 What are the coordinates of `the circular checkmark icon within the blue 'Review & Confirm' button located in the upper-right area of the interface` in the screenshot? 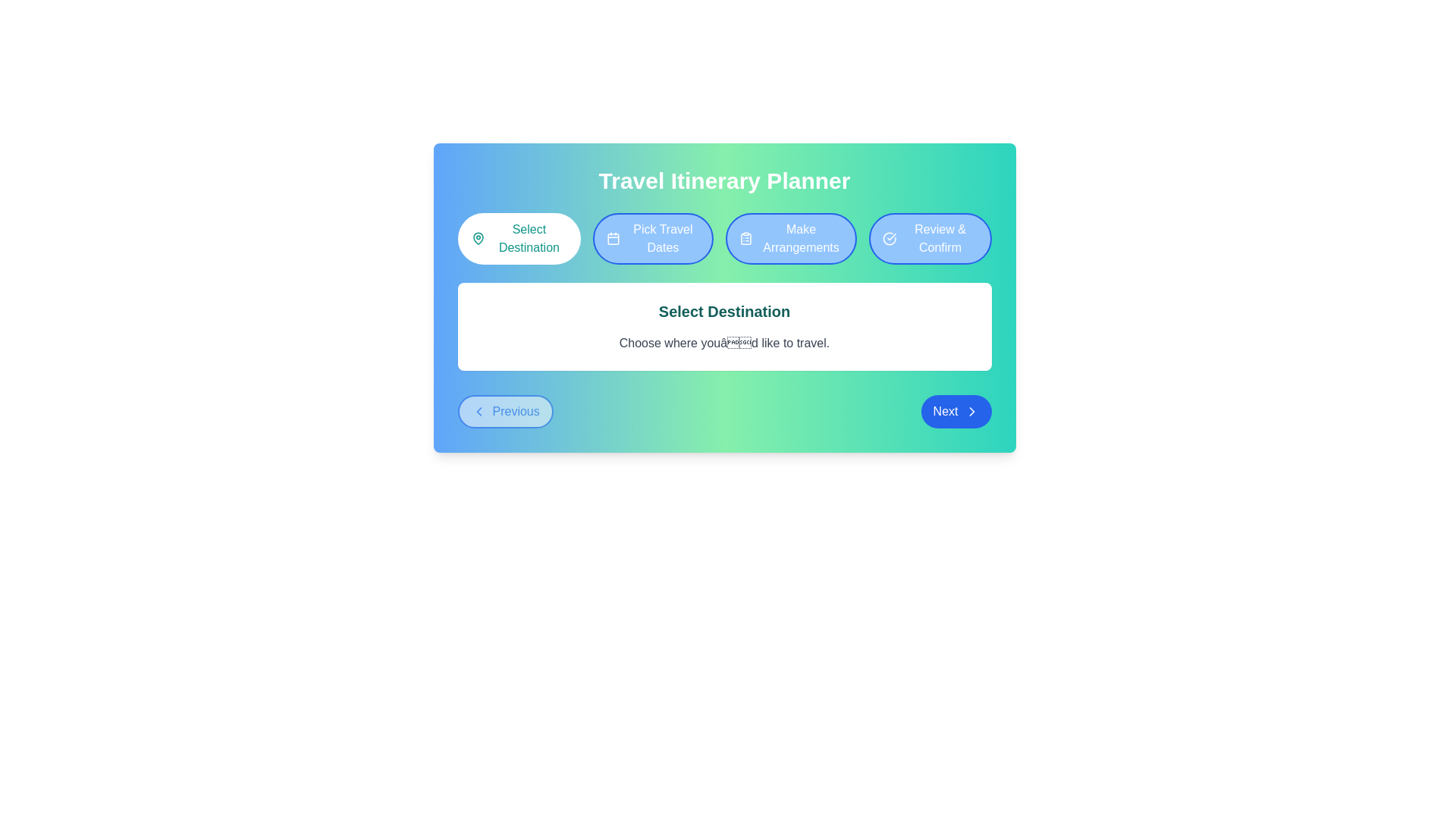 It's located at (890, 239).